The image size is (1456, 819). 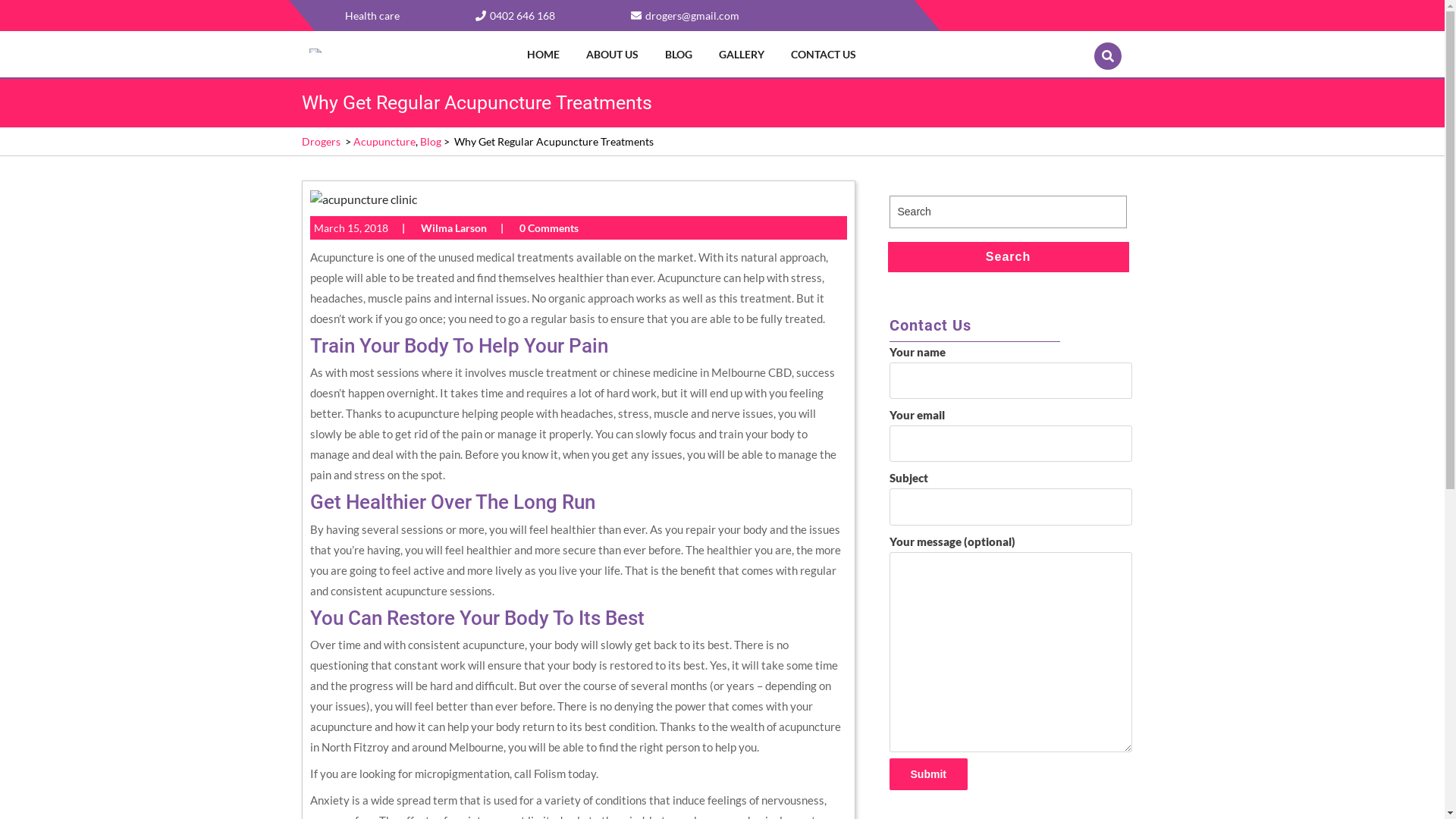 What do you see at coordinates (429, 141) in the screenshot?
I see `'Blog'` at bounding box center [429, 141].